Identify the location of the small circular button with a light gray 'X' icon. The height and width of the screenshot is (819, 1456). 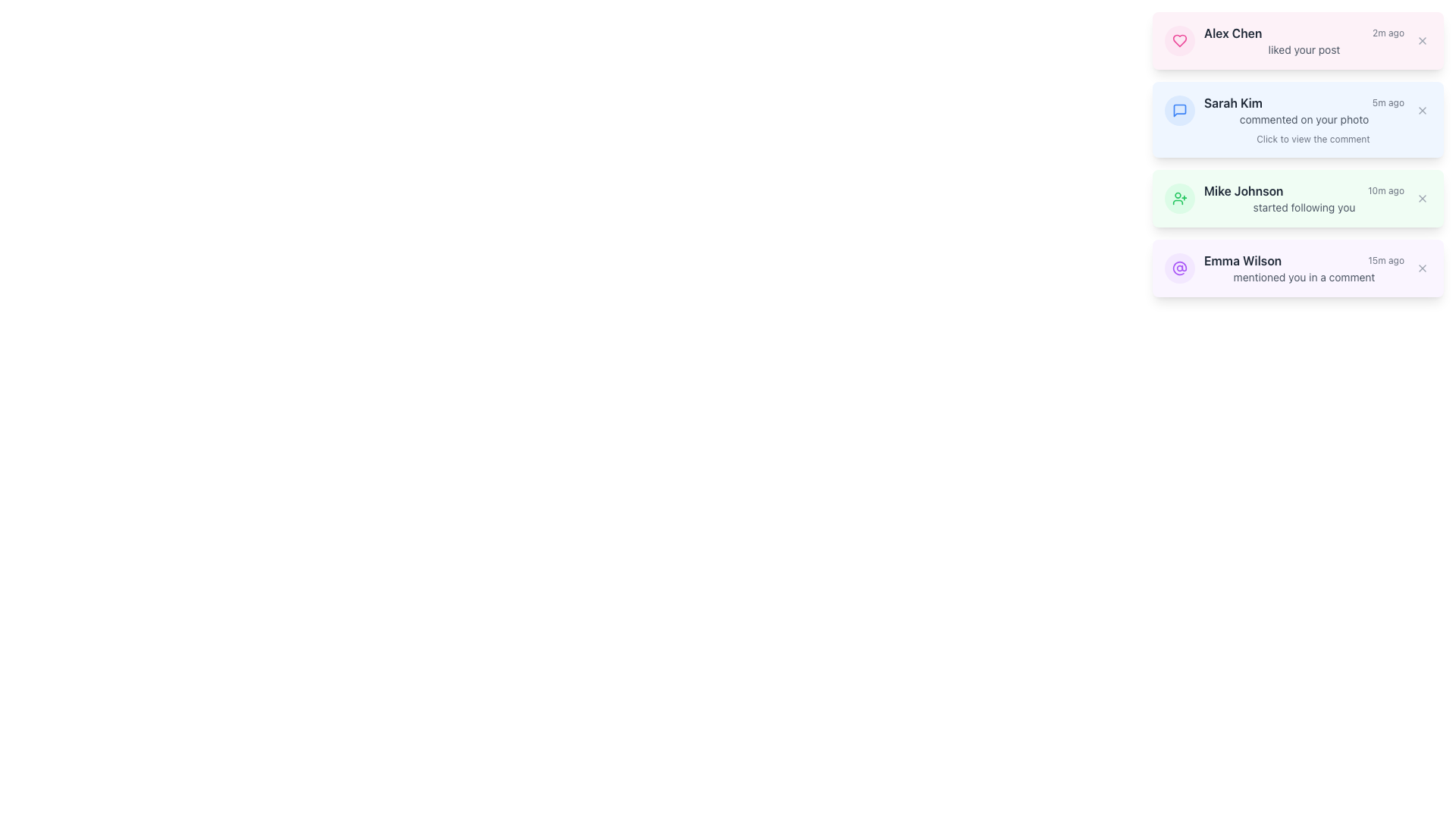
(1422, 198).